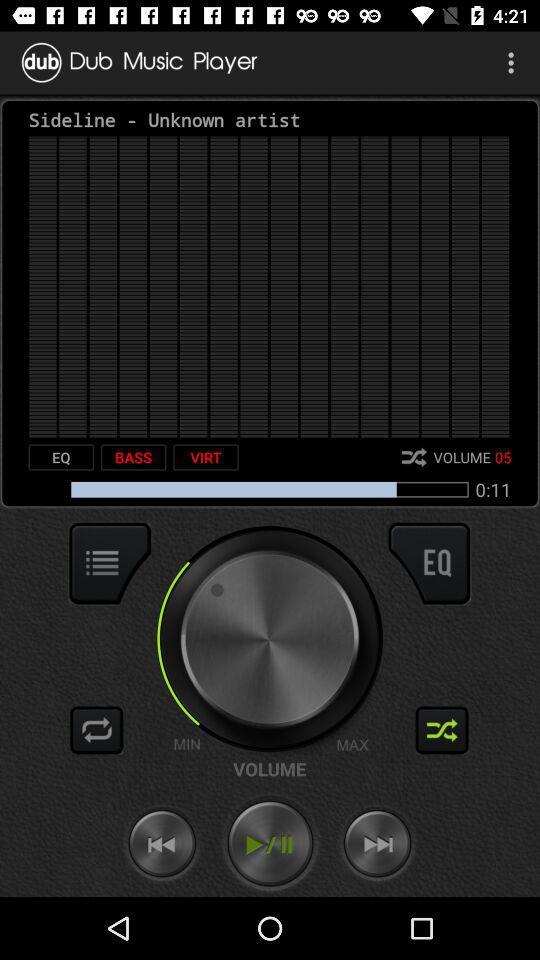  Describe the element at coordinates (205, 457) in the screenshot. I see `the  virt  item` at that location.